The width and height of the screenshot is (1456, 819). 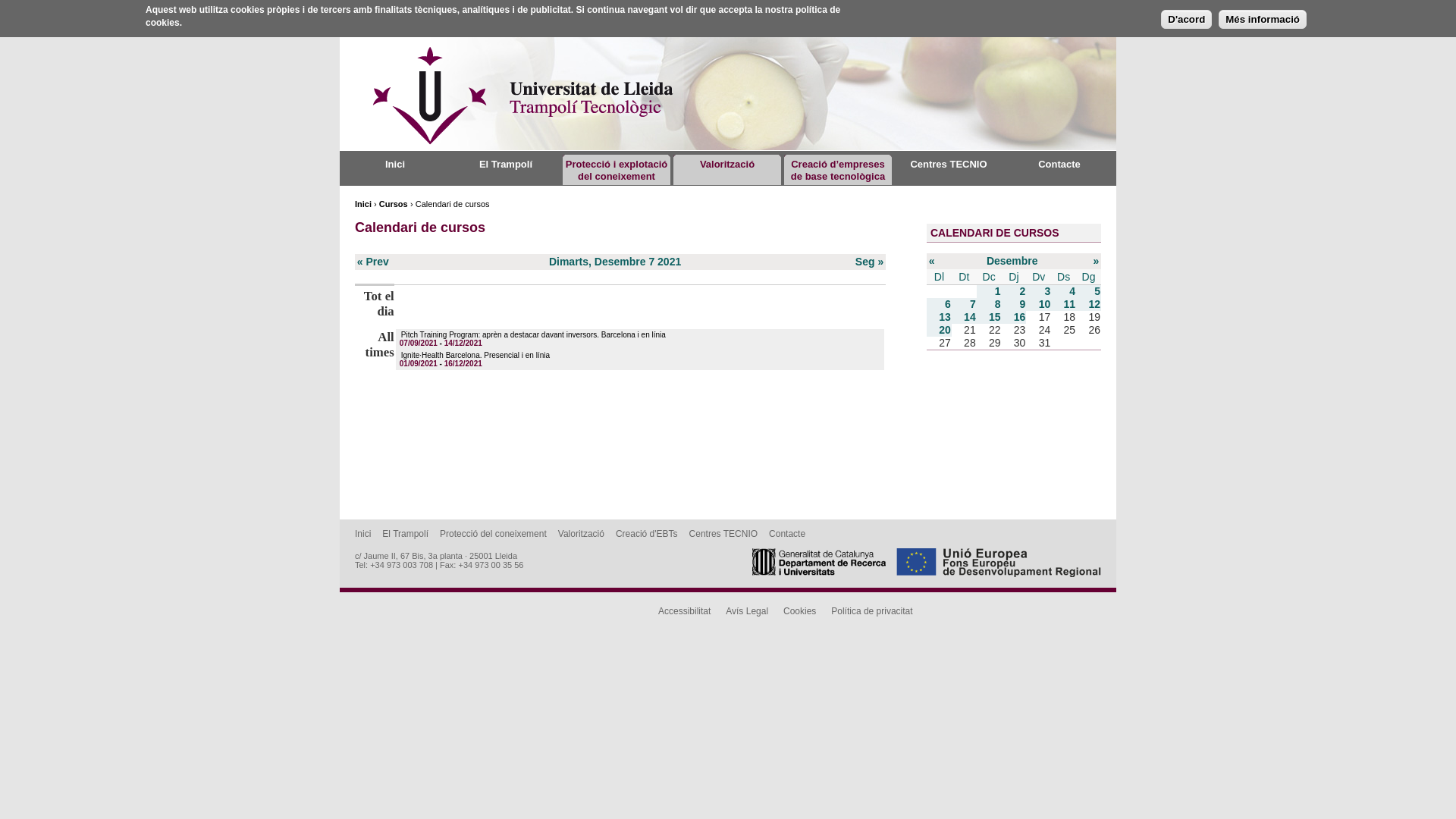 I want to click on 'Cookies', so click(x=799, y=610).